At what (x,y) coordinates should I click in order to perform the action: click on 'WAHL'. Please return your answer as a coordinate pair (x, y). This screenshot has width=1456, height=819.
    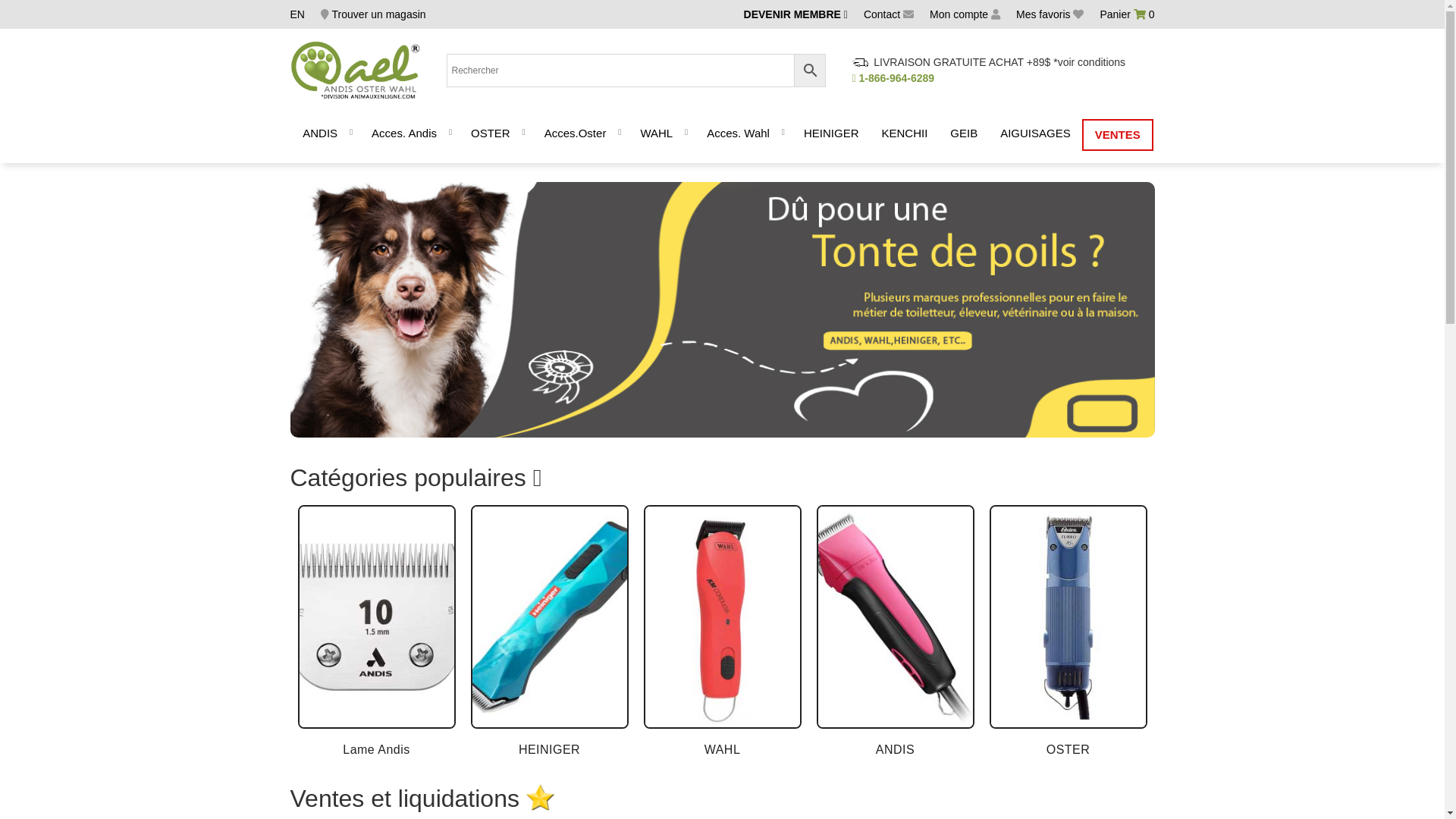
    Looking at the image, I should click on (656, 133).